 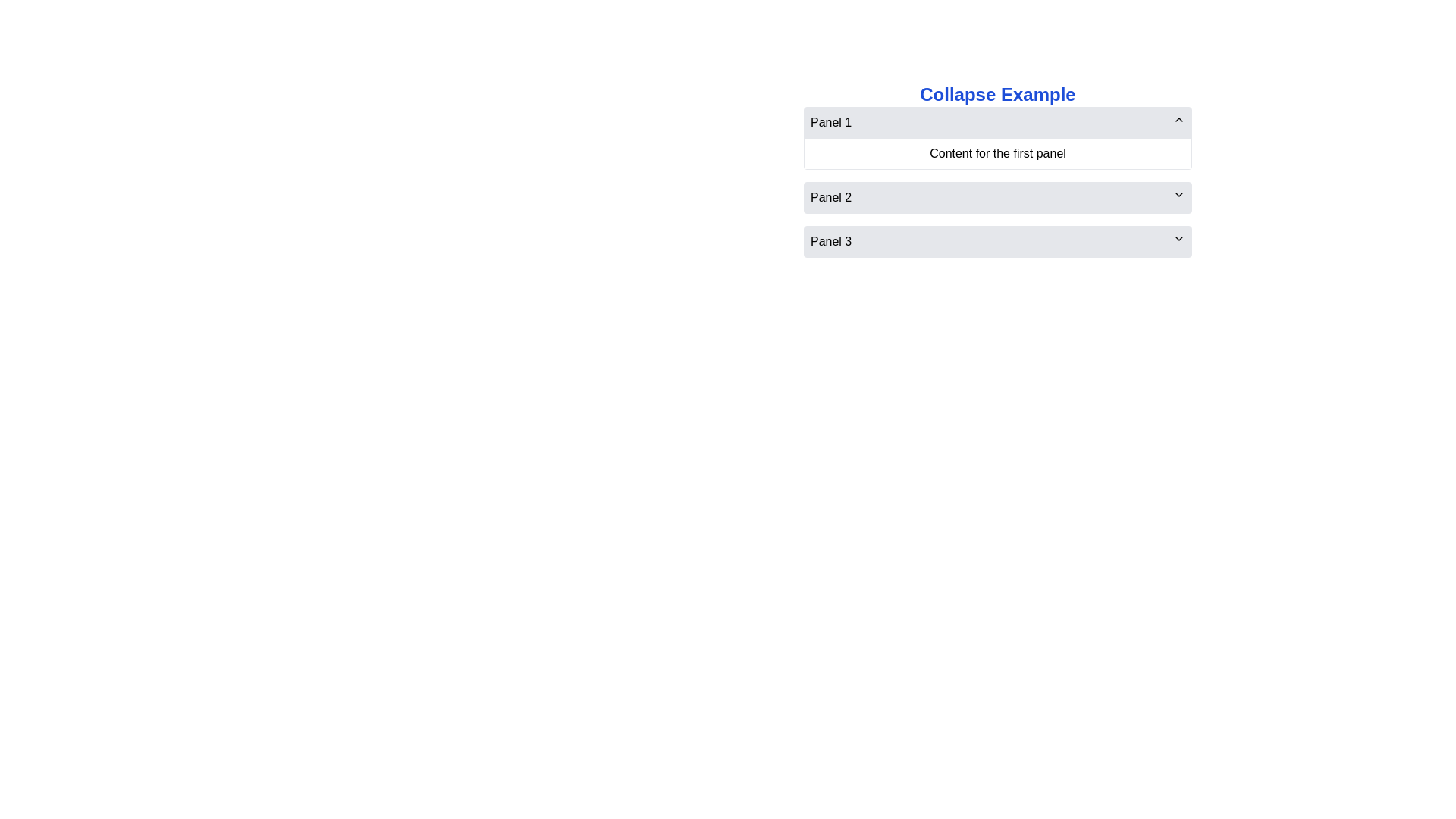 What do you see at coordinates (1178, 119) in the screenshot?
I see `the Chevron Up icon located on the far right side of the 'Panel 1' header` at bounding box center [1178, 119].